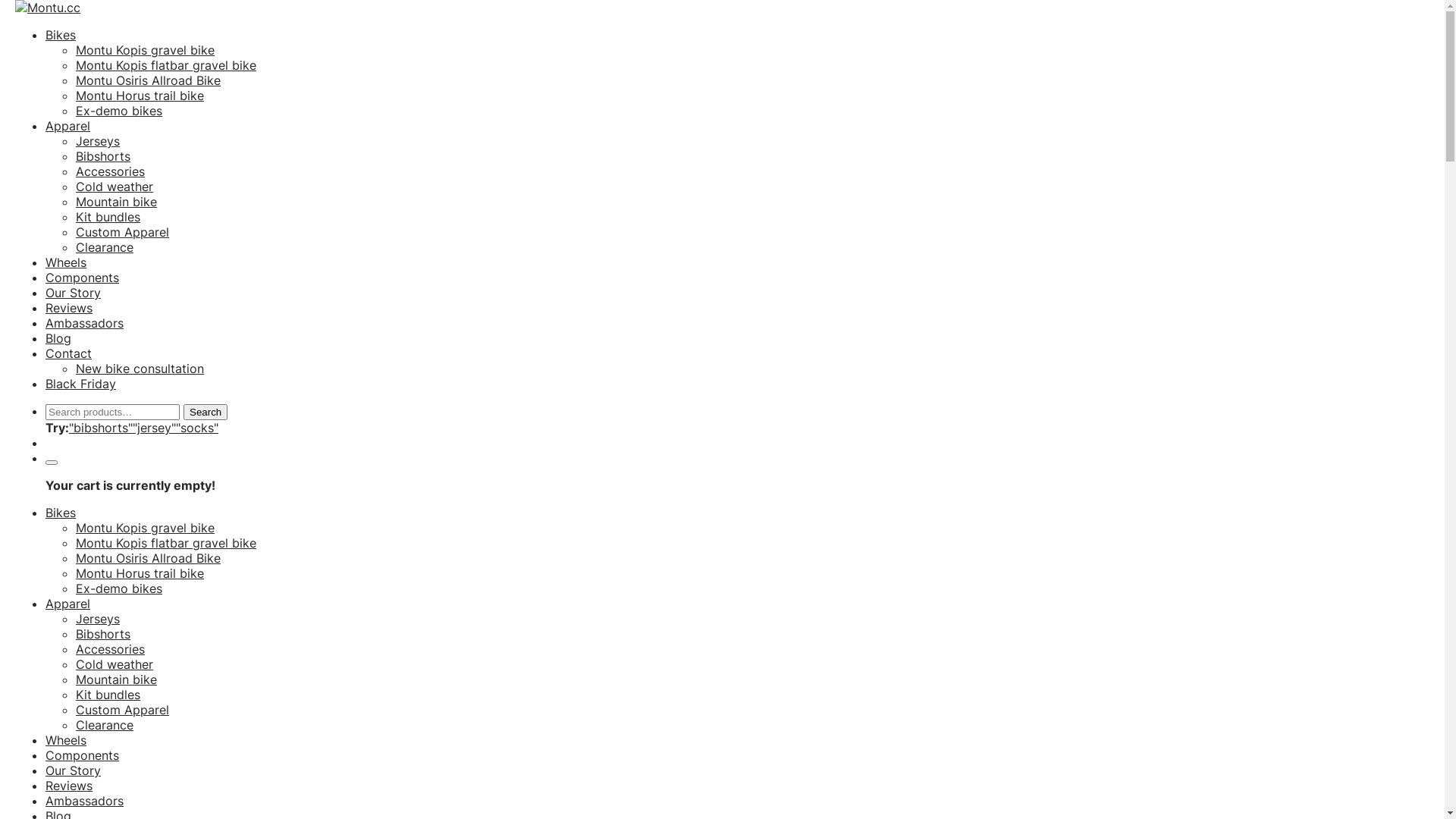 Image resolution: width=1456 pixels, height=819 pixels. I want to click on 'Blog', so click(58, 337).